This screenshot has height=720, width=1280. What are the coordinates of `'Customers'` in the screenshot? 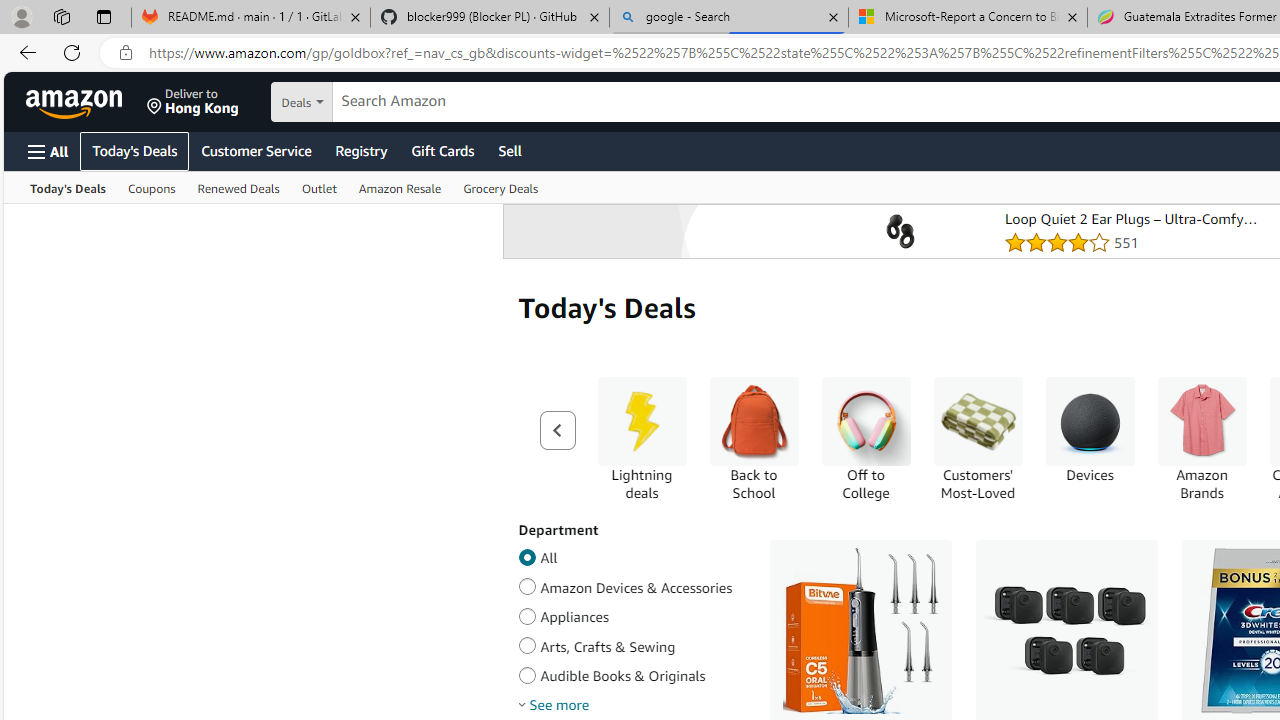 It's located at (977, 438).